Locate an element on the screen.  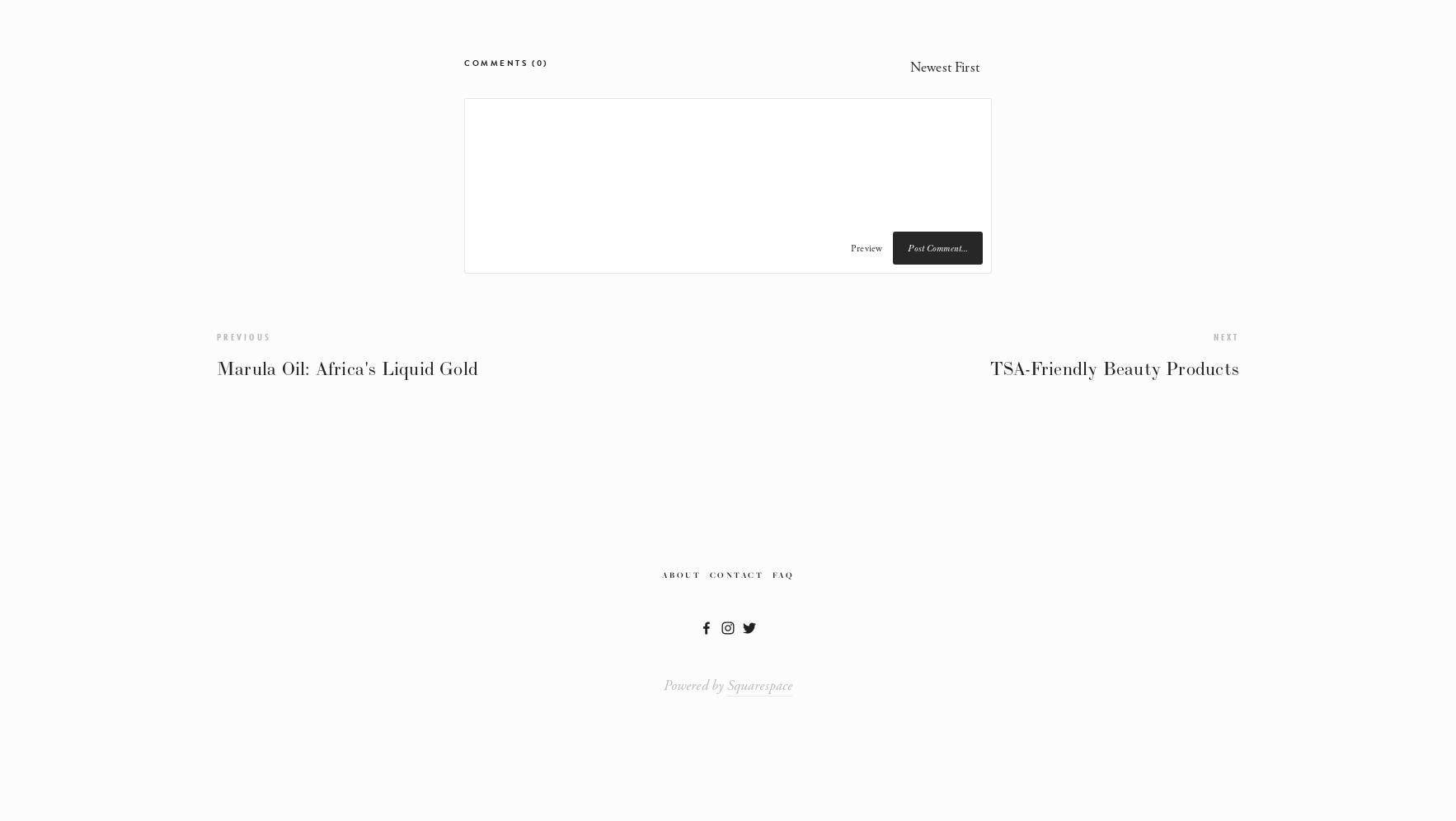
'Powered by' is located at coordinates (694, 684).